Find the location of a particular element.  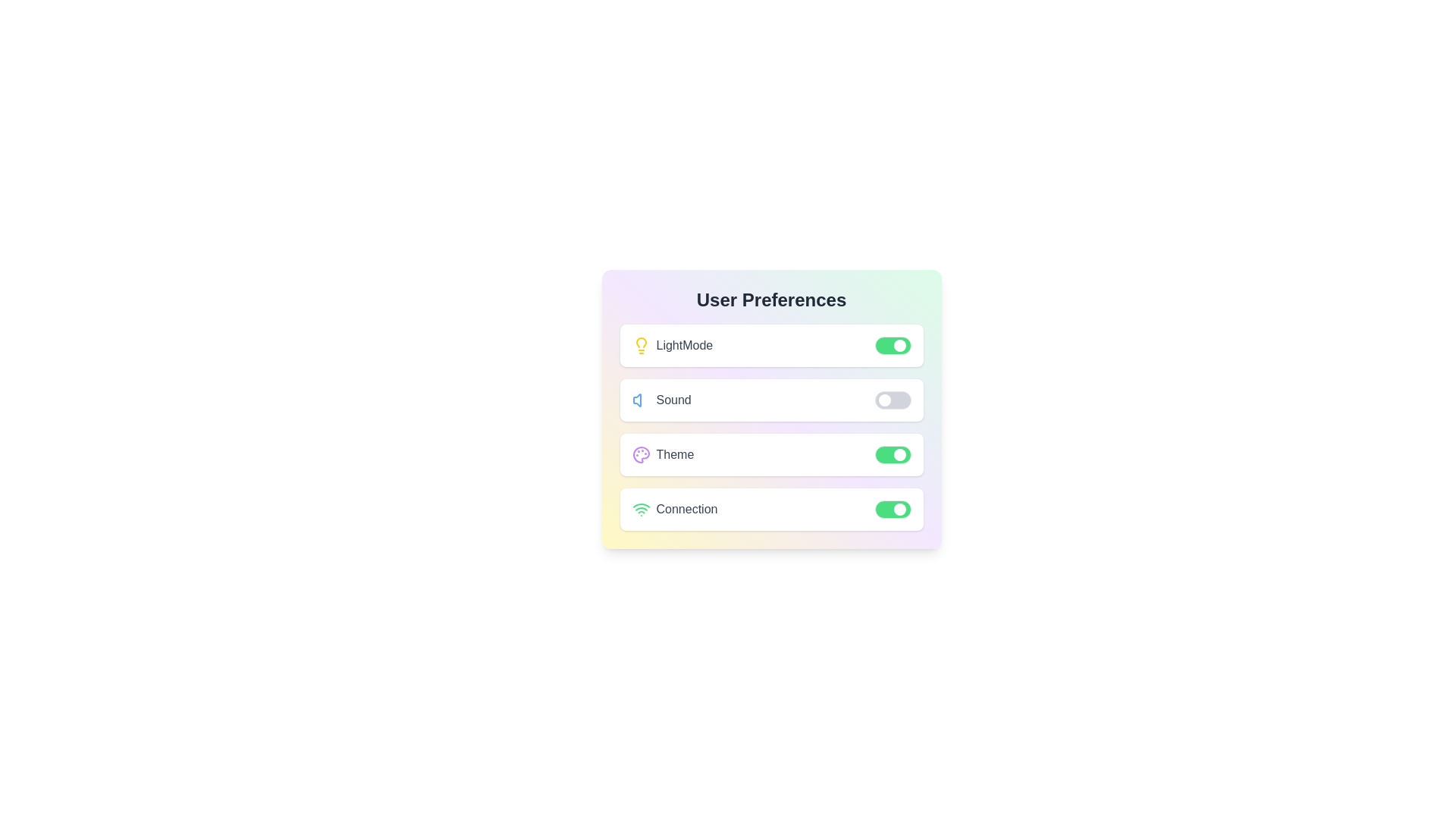

the 'Theme' toggle option located between 'Sound' and 'Connection' in the 'User Preferences' section is located at coordinates (771, 454).